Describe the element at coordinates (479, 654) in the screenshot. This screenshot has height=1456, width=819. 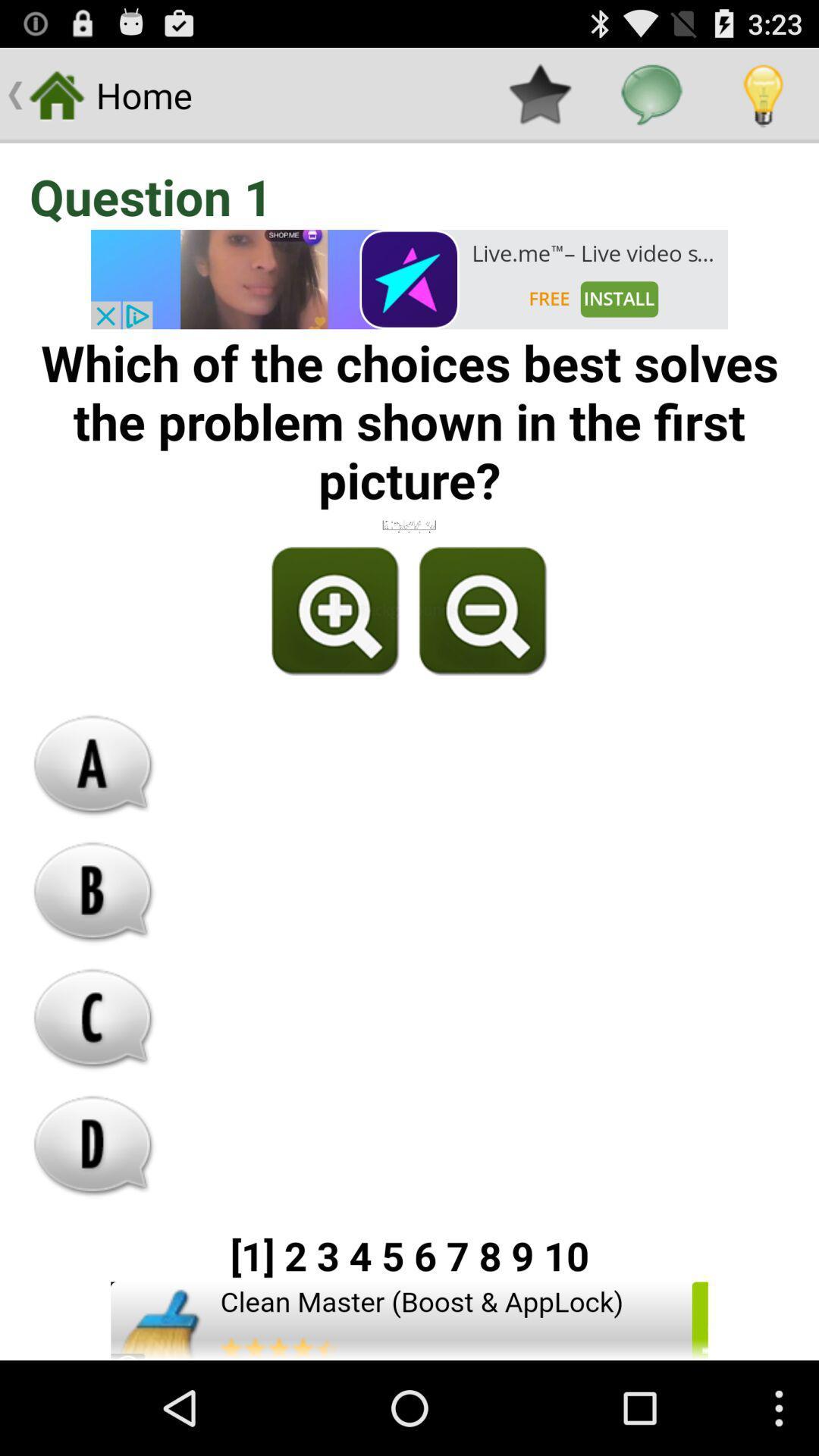
I see `the zoom_out icon` at that location.